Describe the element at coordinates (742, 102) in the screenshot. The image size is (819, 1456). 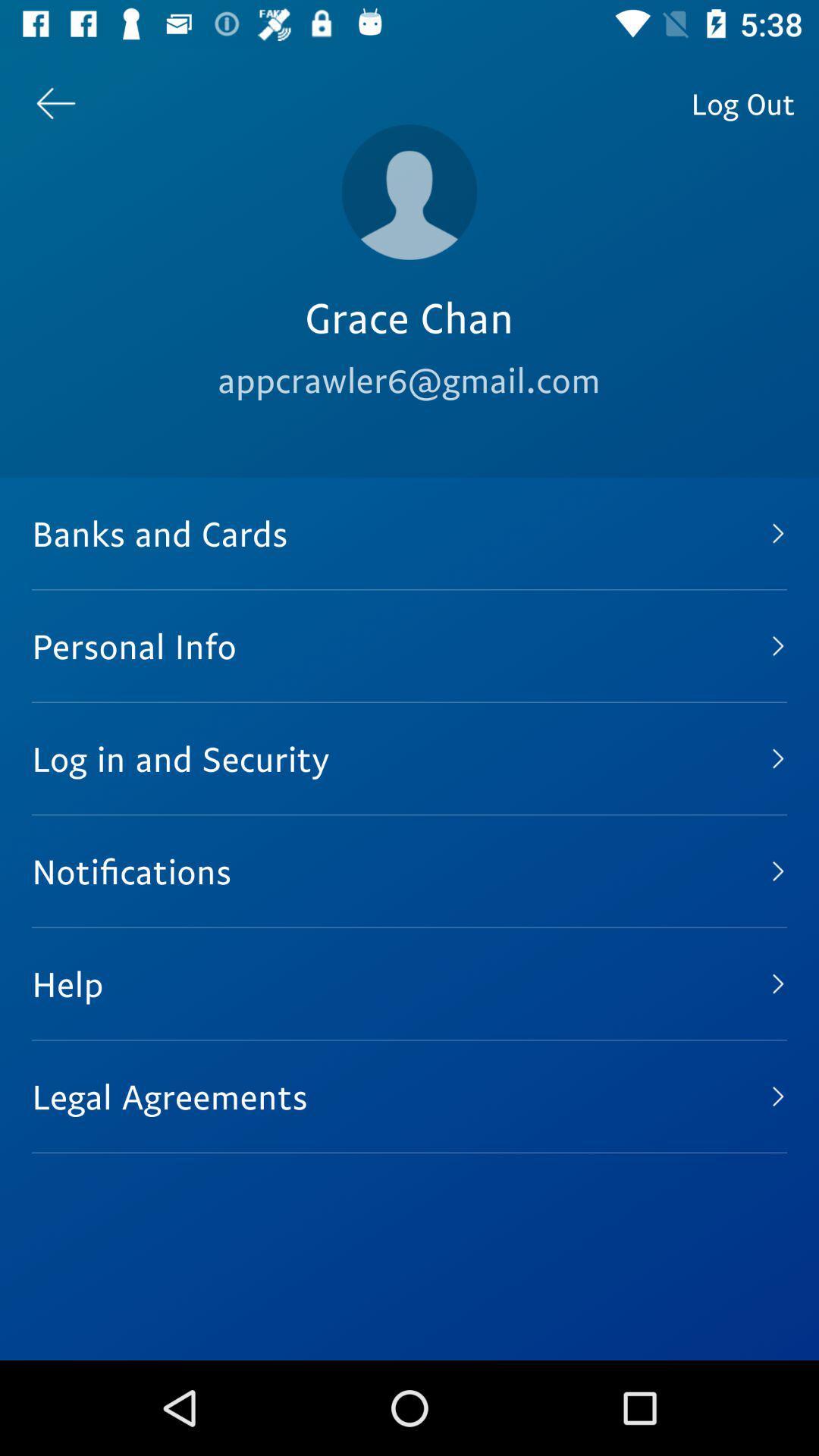
I see `log out at the top right corner` at that location.